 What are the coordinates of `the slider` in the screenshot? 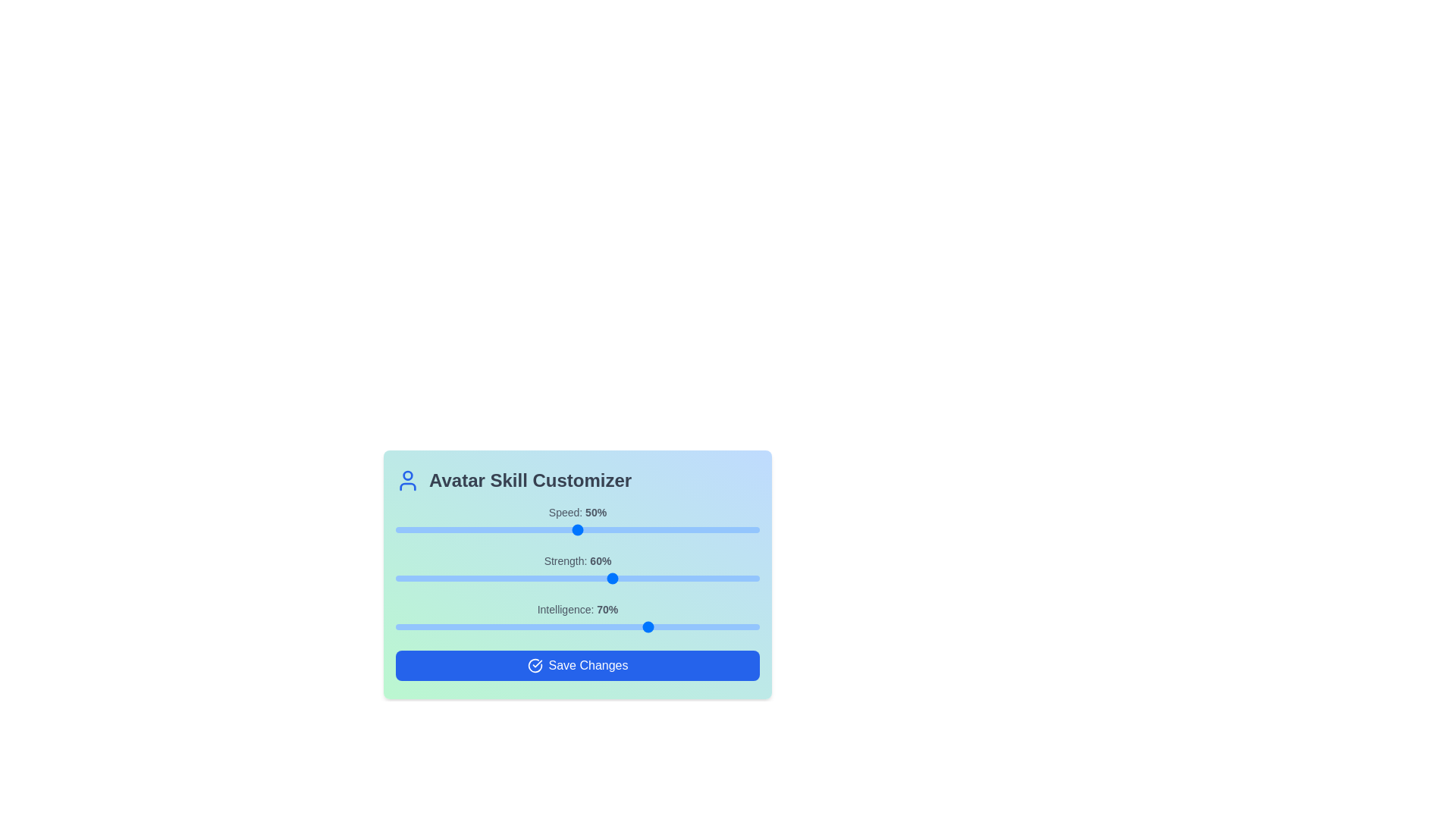 It's located at (523, 626).